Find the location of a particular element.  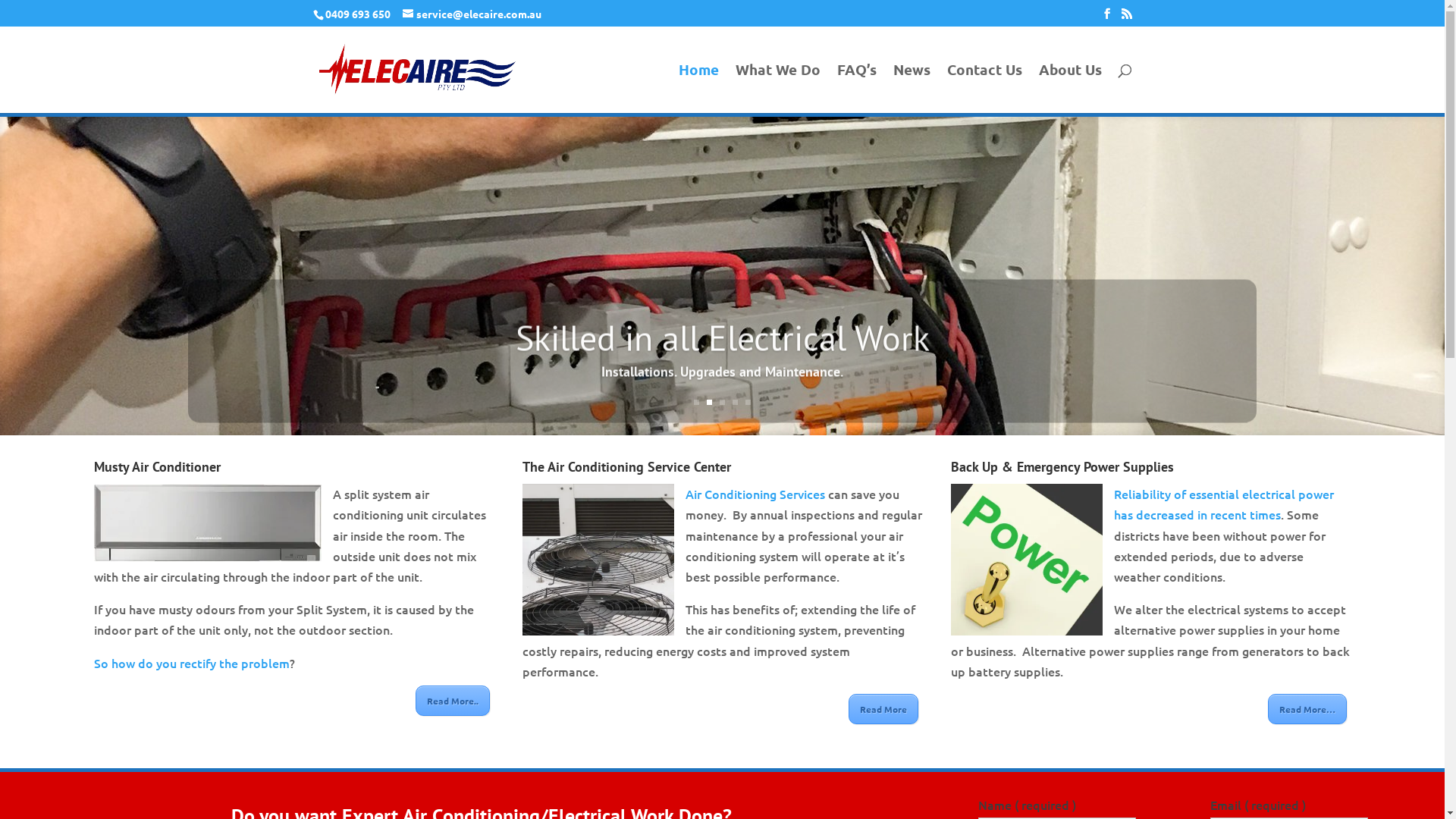

'Air Conditioning Services' is located at coordinates (755, 494).